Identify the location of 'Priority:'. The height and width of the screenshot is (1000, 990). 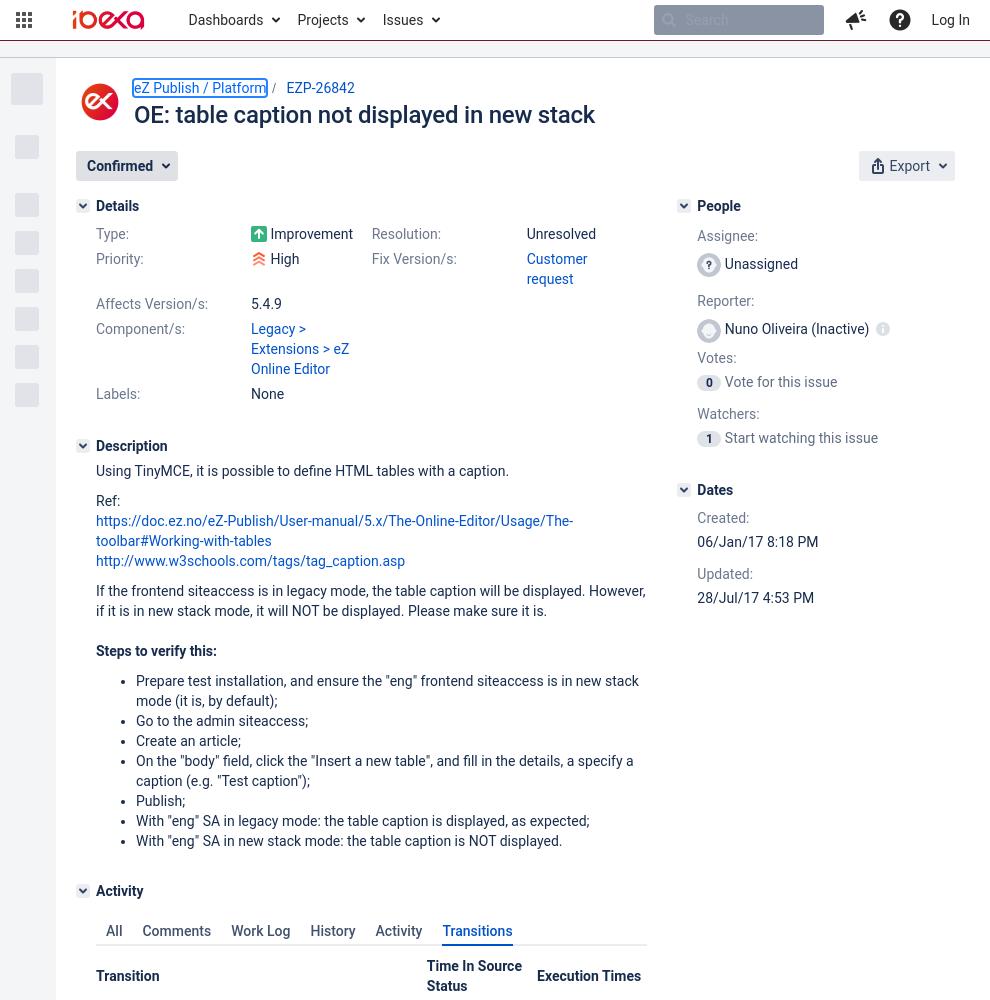
(118, 259).